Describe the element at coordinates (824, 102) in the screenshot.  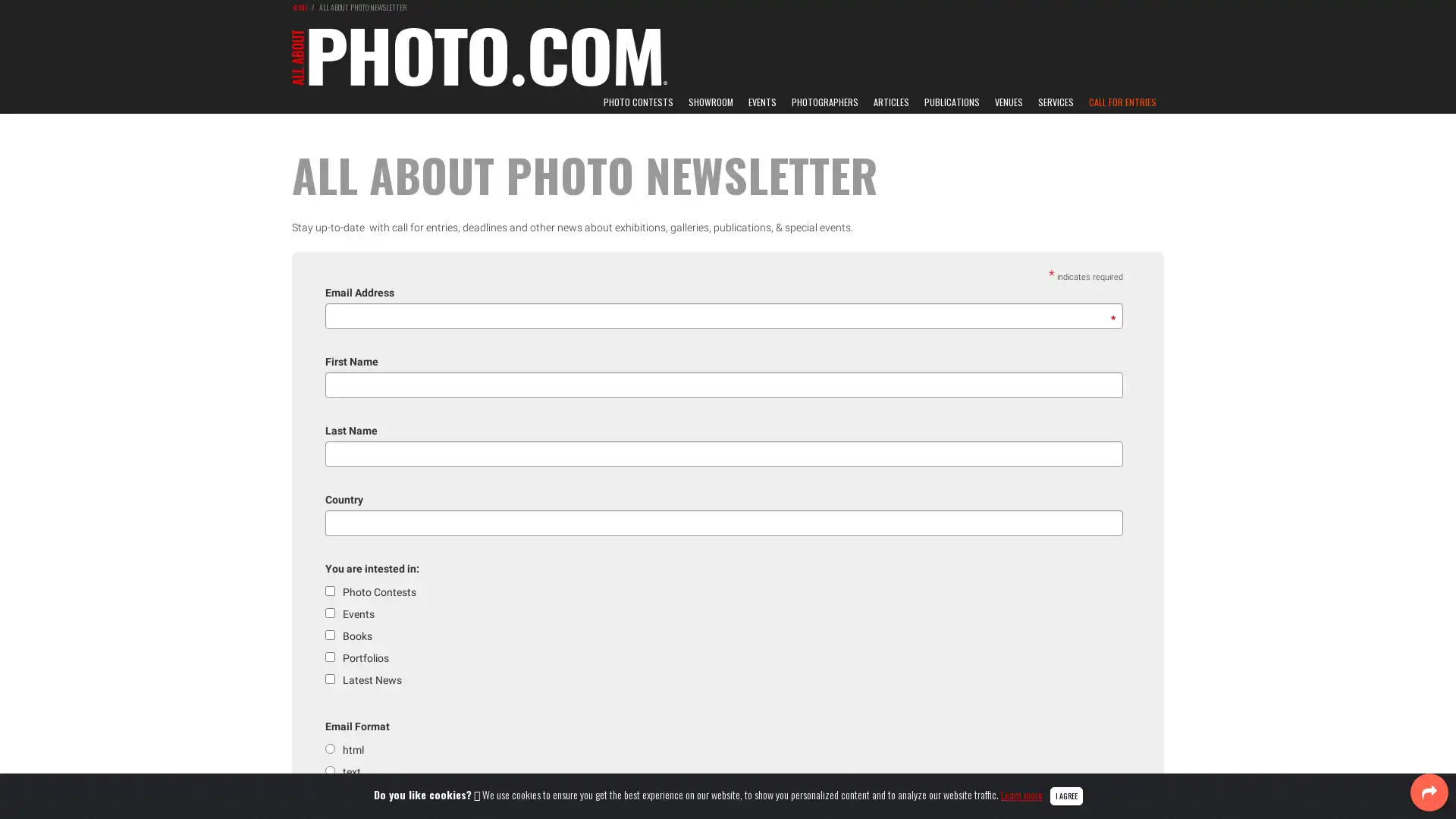
I see `PHOTOGRAPHERS` at that location.